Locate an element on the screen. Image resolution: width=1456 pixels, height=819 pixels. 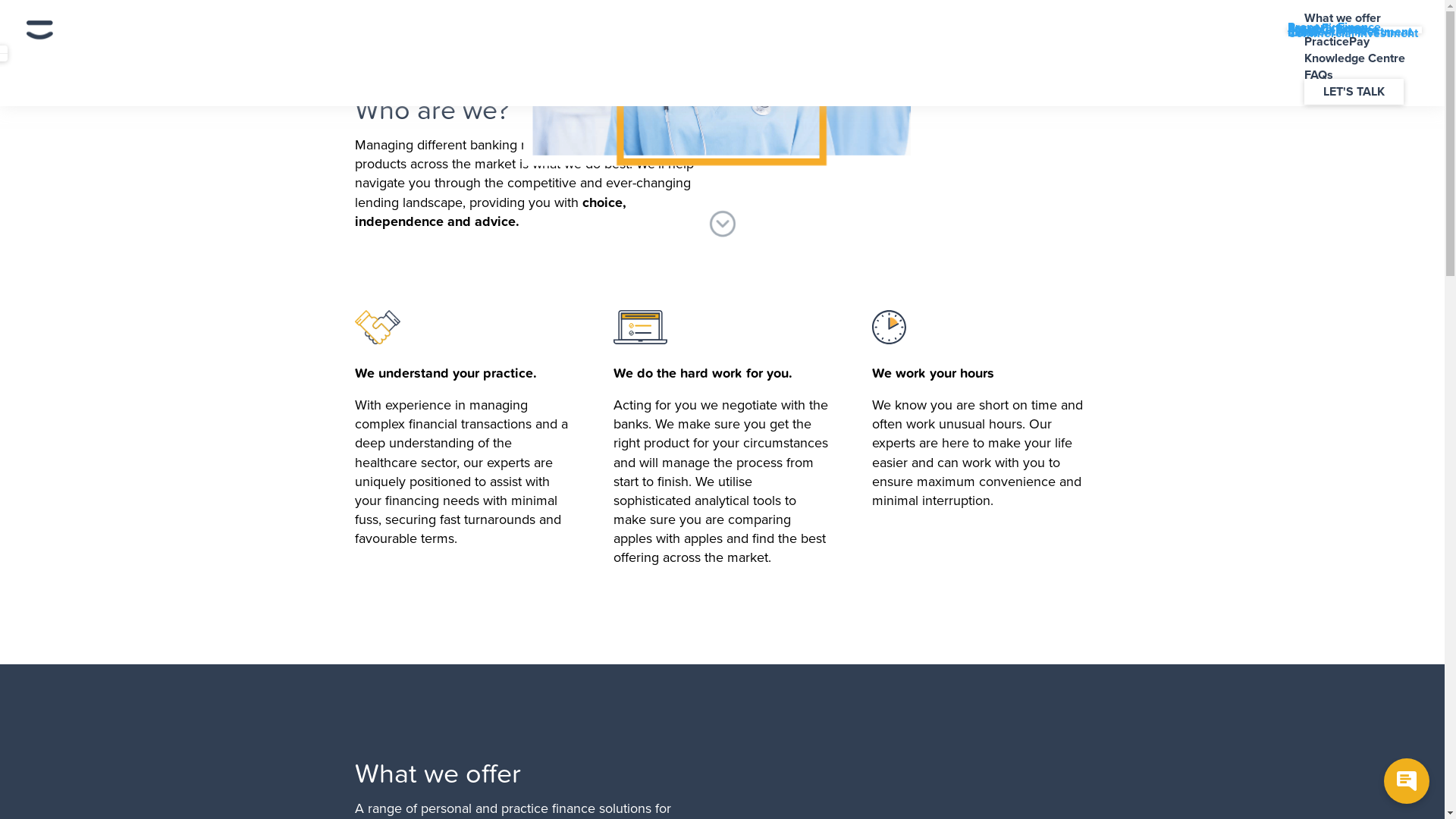
'For your practice' is located at coordinates (1332, 30).